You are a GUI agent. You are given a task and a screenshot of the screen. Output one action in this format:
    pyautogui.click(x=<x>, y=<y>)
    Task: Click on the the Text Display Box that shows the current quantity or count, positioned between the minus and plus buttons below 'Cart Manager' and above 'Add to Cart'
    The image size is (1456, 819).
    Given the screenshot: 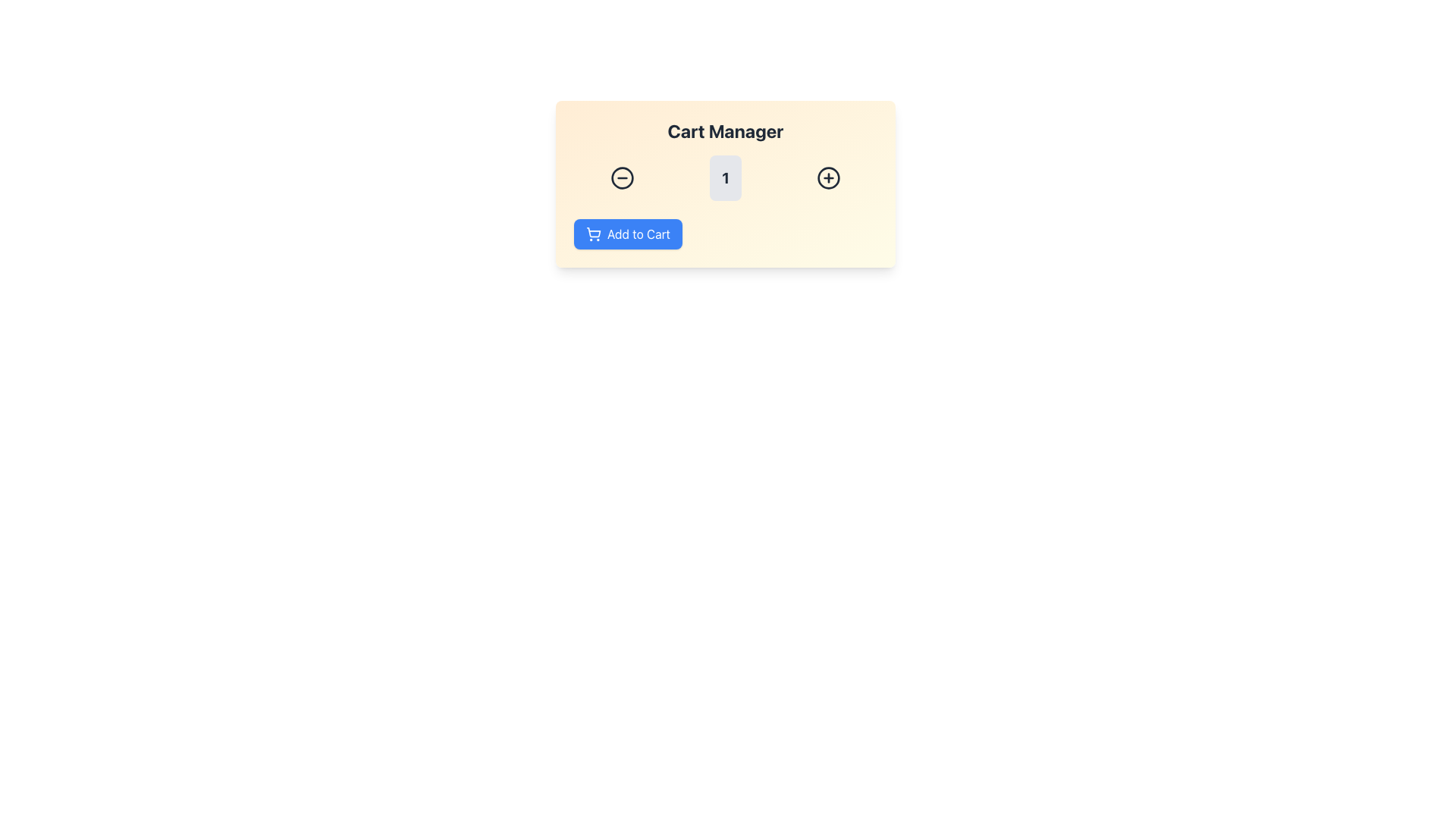 What is the action you would take?
    pyautogui.click(x=724, y=177)
    